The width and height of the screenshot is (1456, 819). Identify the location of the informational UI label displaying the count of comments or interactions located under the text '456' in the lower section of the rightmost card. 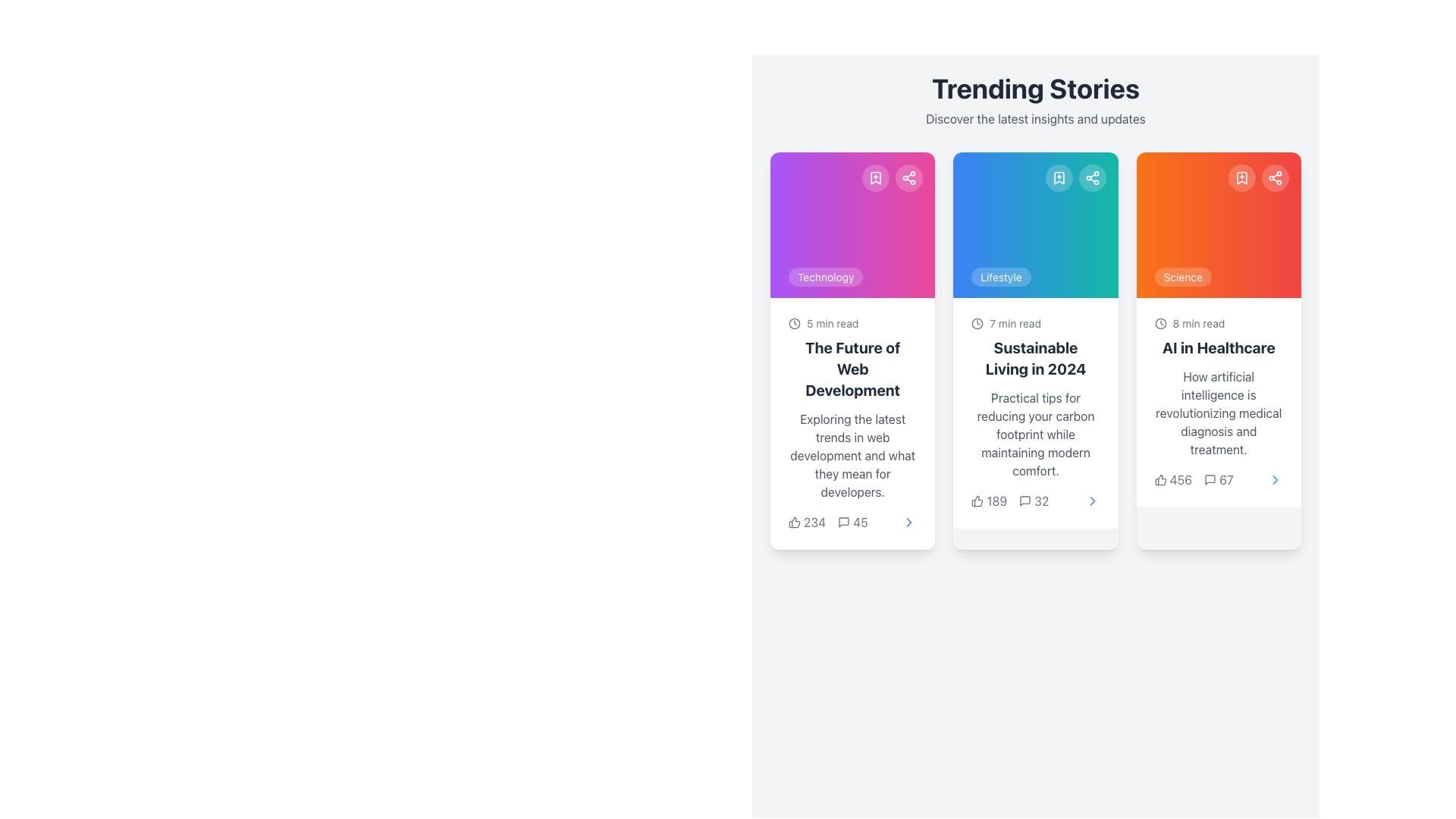
(1219, 479).